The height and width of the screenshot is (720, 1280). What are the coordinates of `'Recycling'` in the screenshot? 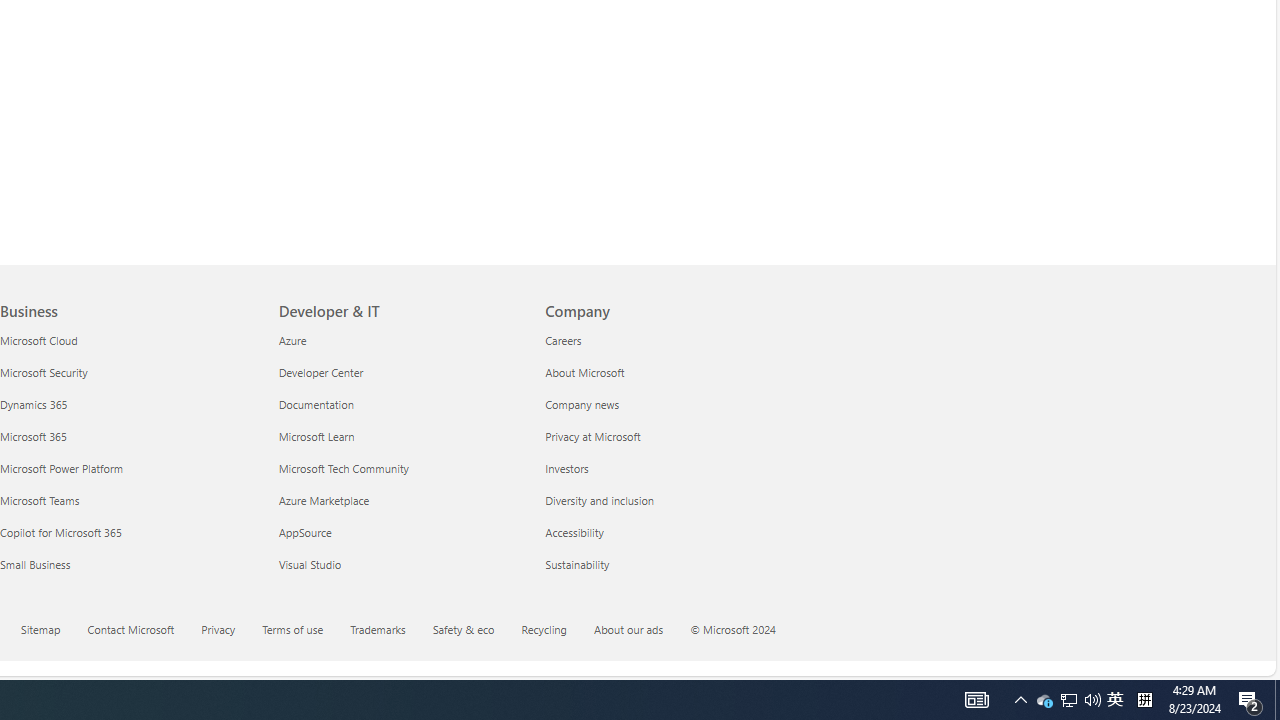 It's located at (556, 631).